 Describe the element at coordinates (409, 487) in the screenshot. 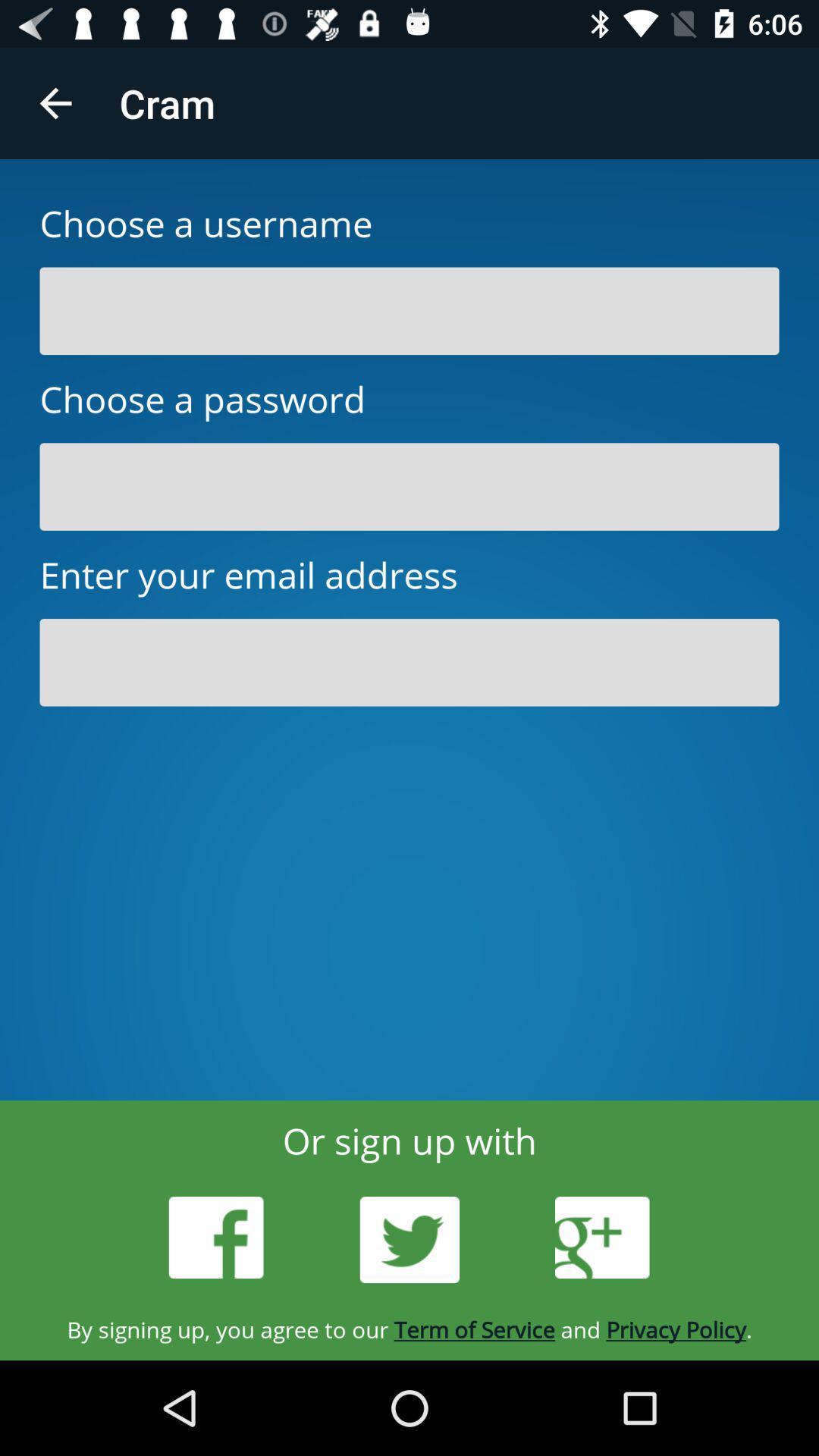

I see `password` at that location.